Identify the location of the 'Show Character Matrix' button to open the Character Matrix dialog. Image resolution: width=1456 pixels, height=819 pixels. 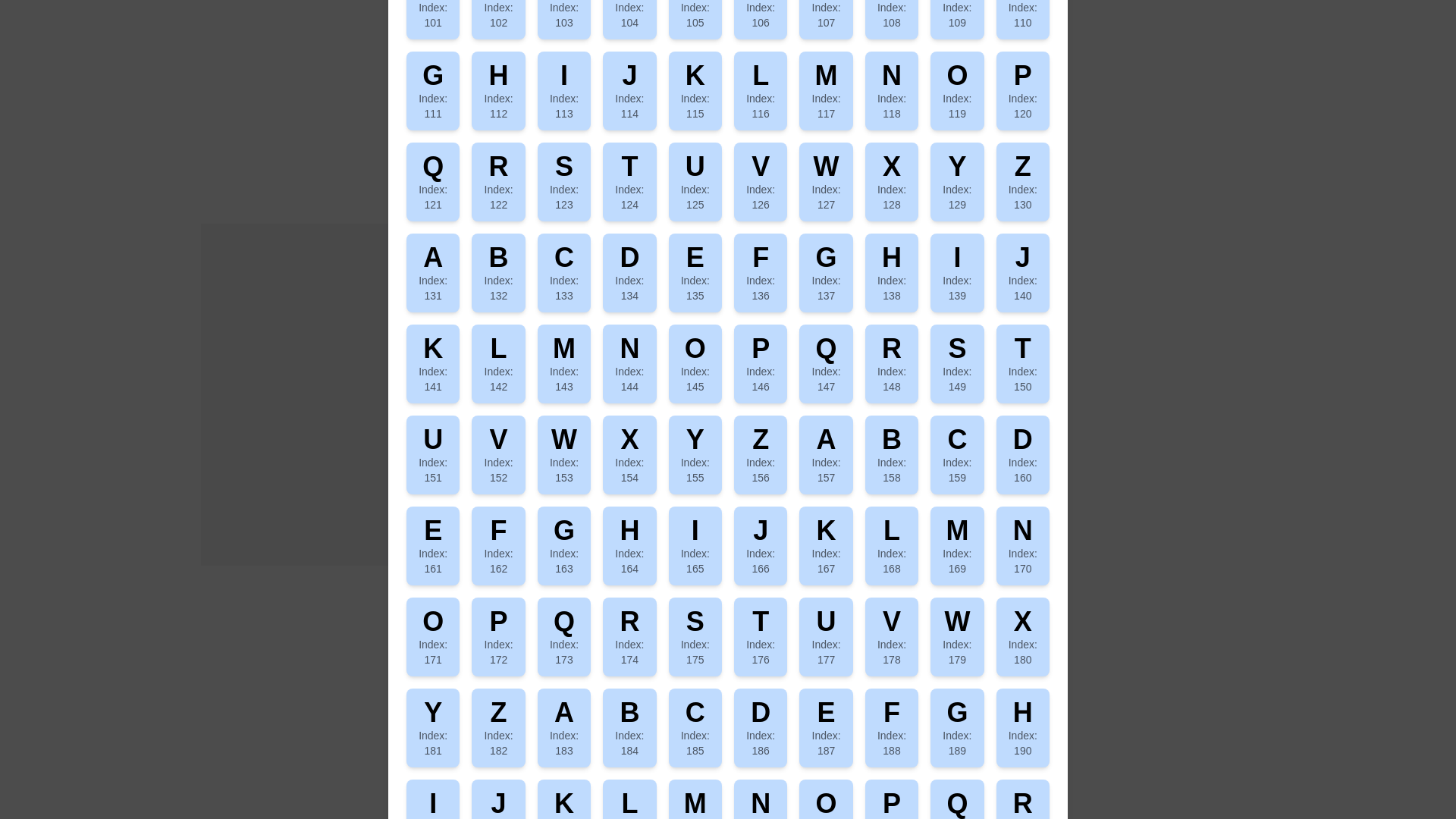
(623, 632).